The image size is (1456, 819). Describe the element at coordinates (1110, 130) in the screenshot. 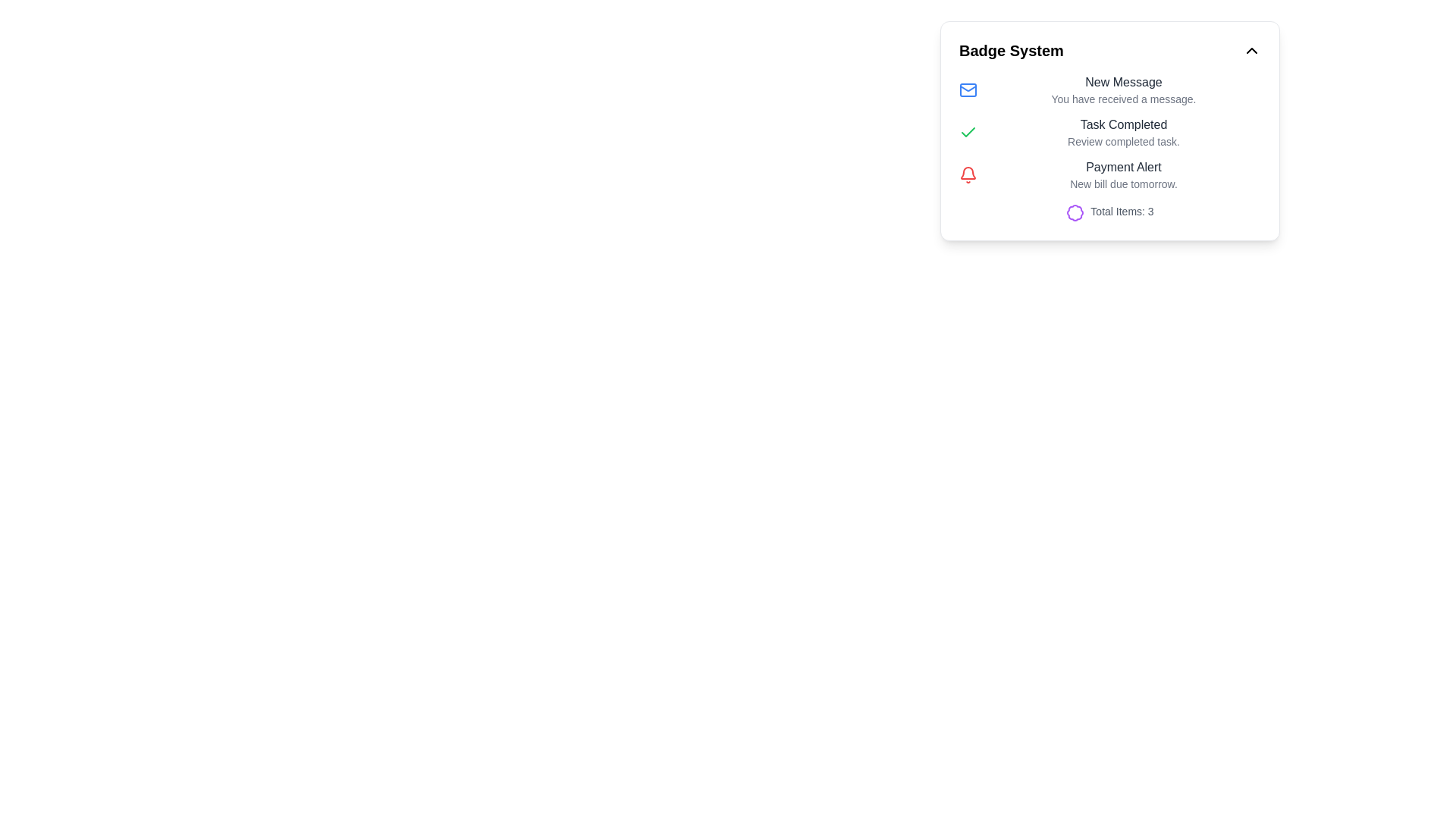

I see `the Notification panel item, which is a section with a white background and rounded corners, positioned centrally as the second item in a series of three notifications` at that location.